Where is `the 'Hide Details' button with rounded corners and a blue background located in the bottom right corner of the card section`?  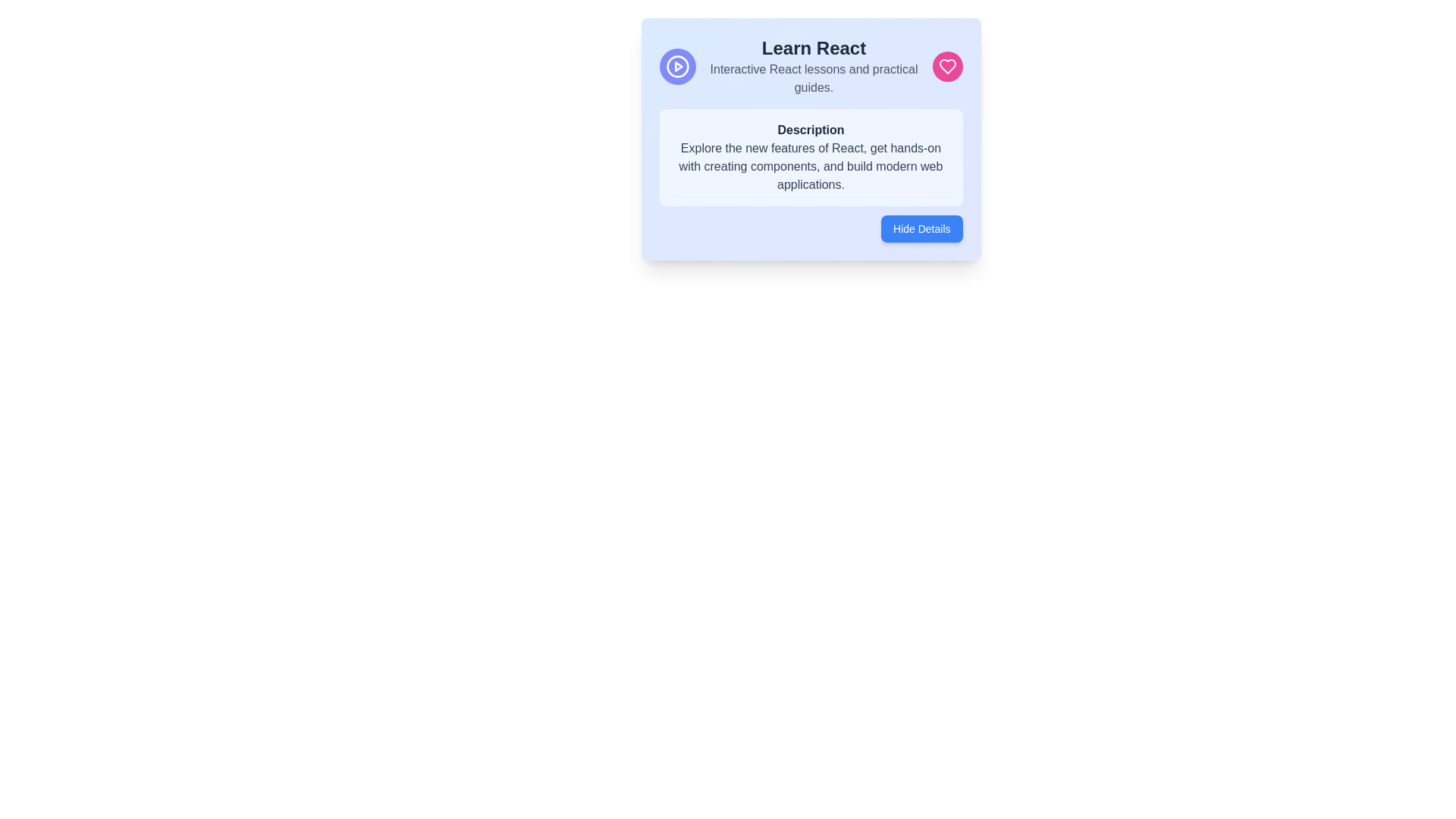 the 'Hide Details' button with rounded corners and a blue background located in the bottom right corner of the card section is located at coordinates (921, 228).